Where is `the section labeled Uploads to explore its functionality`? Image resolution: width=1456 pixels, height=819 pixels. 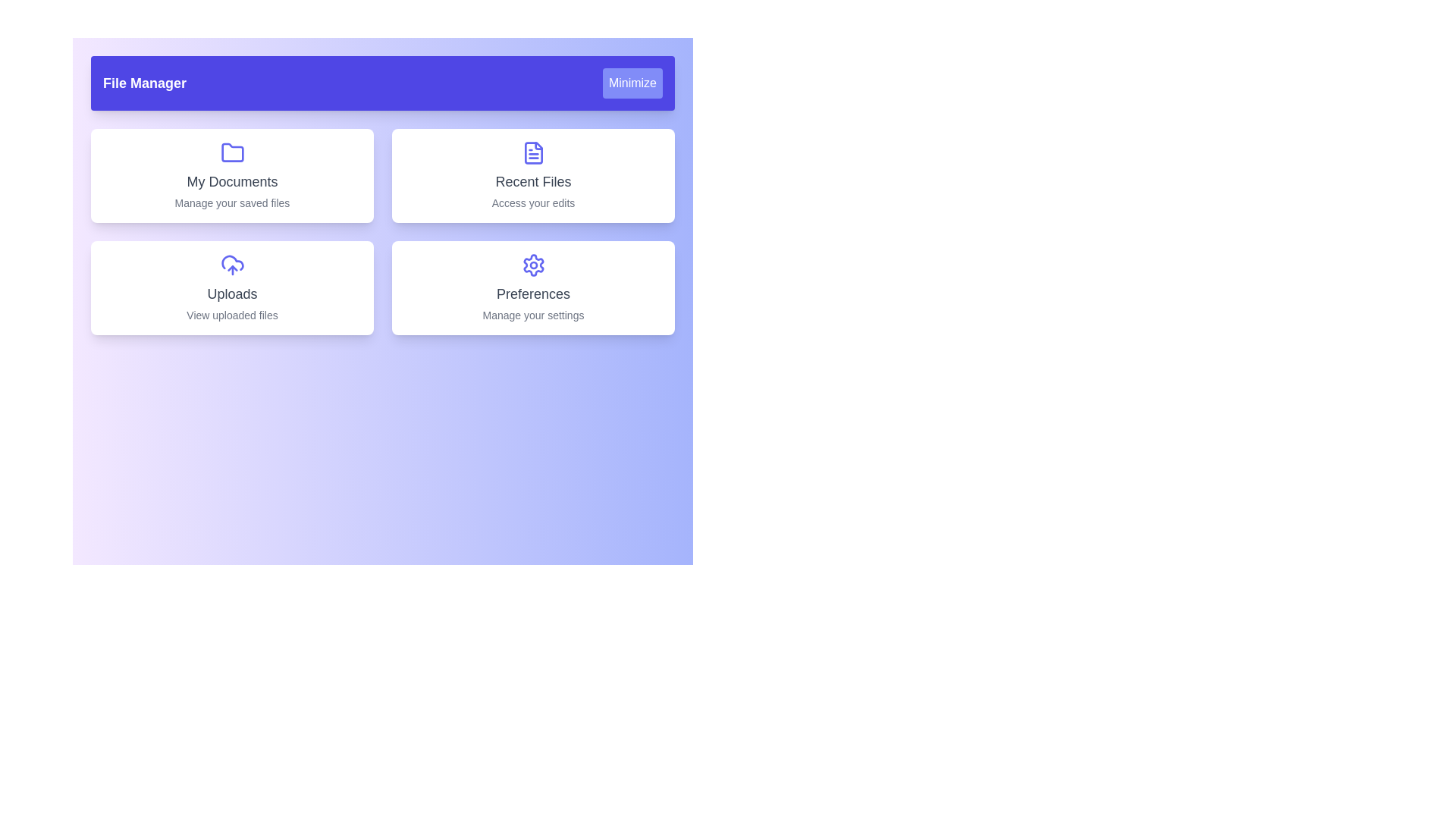
the section labeled Uploads to explore its functionality is located at coordinates (231, 288).